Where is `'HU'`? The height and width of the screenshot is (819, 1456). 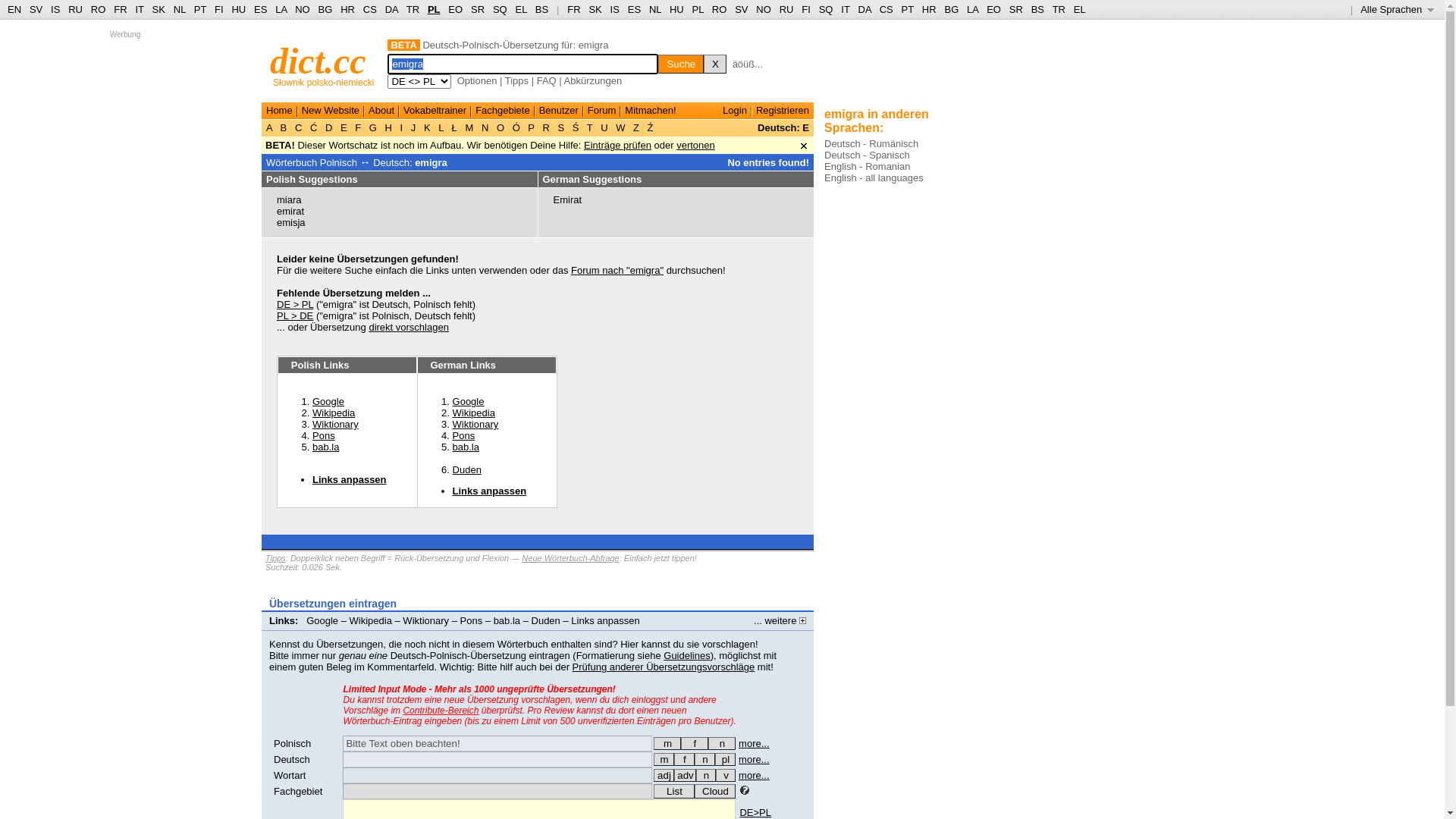 'HU' is located at coordinates (669, 9).